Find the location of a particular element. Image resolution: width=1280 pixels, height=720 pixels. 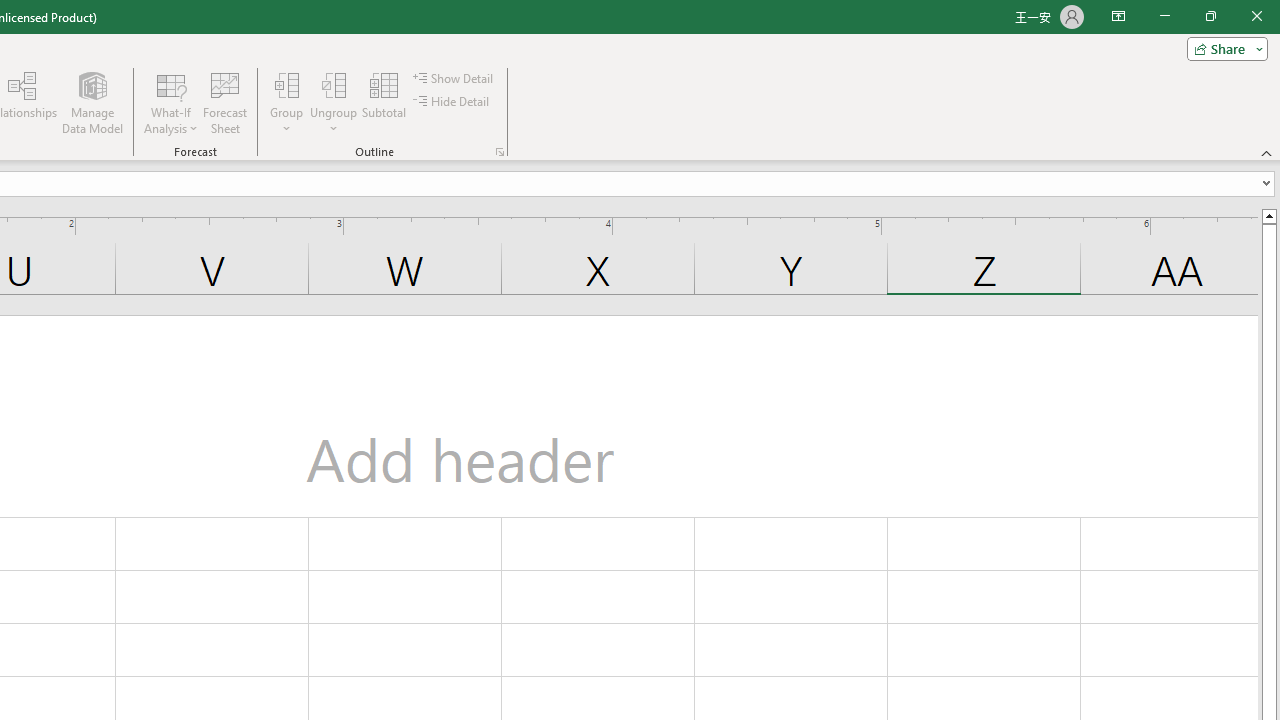

'Group...' is located at coordinates (286, 84).